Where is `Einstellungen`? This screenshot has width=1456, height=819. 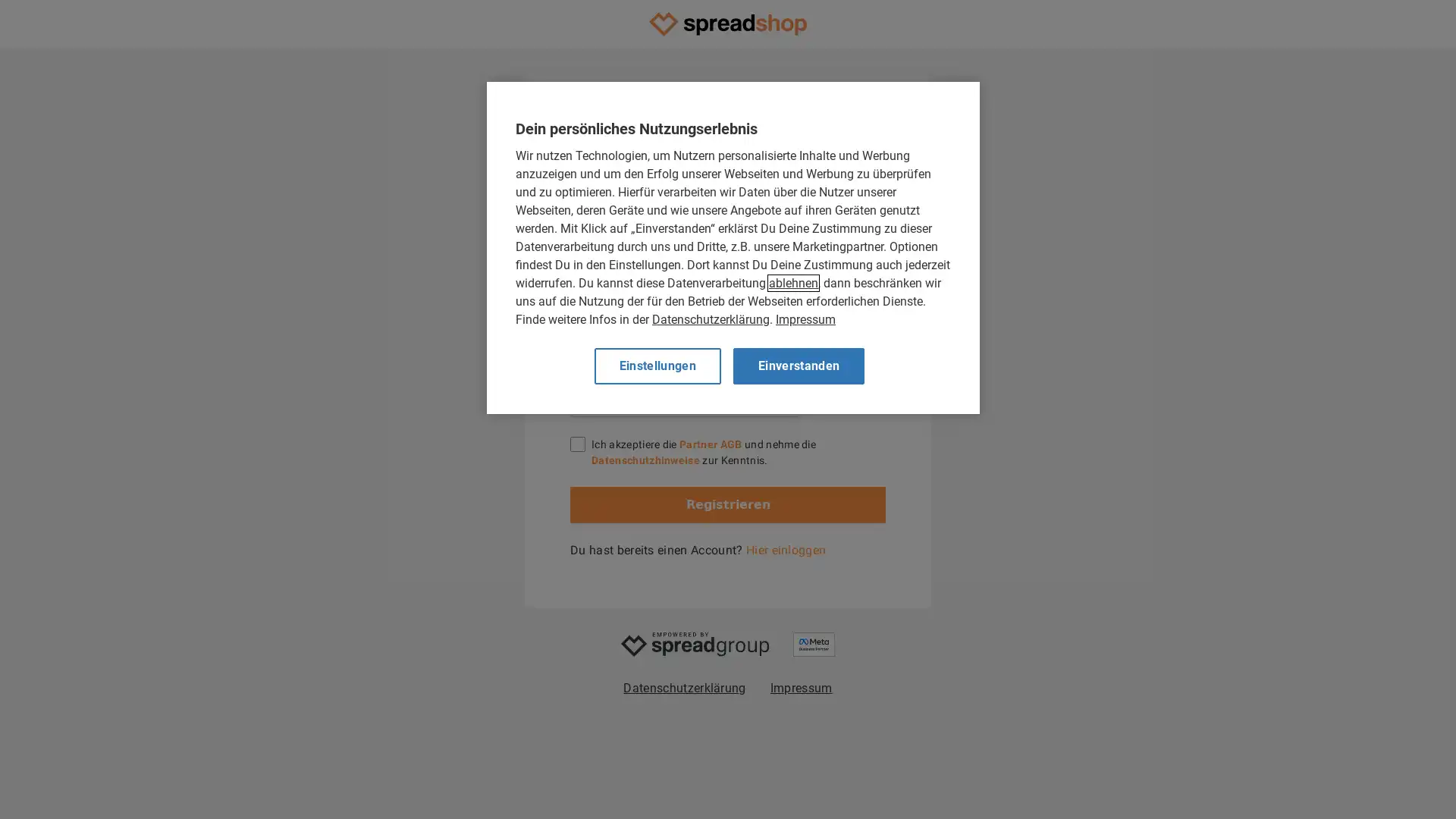
Einstellungen is located at coordinates (657, 366).